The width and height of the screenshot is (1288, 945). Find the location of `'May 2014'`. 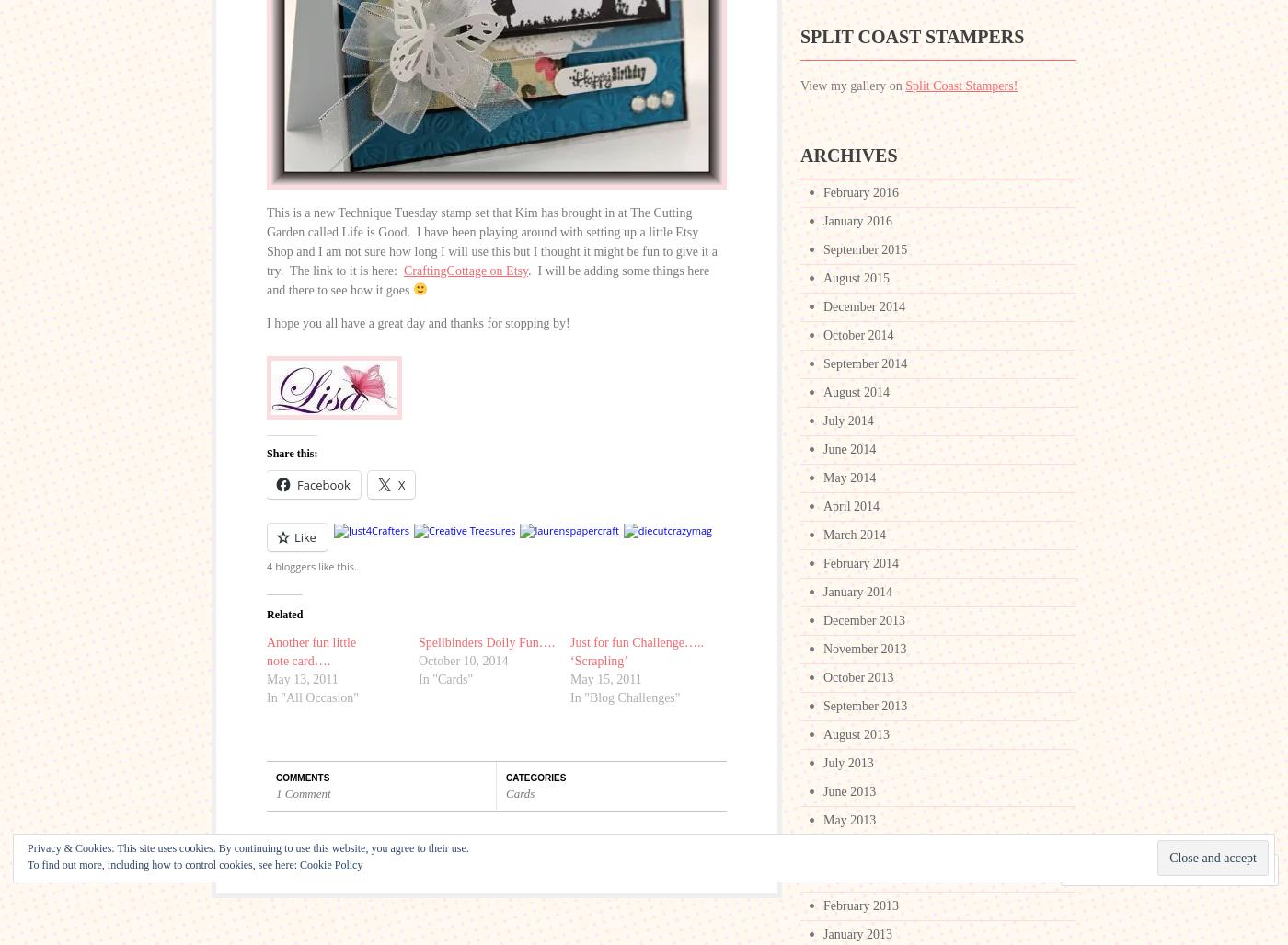

'May 2014' is located at coordinates (849, 477).